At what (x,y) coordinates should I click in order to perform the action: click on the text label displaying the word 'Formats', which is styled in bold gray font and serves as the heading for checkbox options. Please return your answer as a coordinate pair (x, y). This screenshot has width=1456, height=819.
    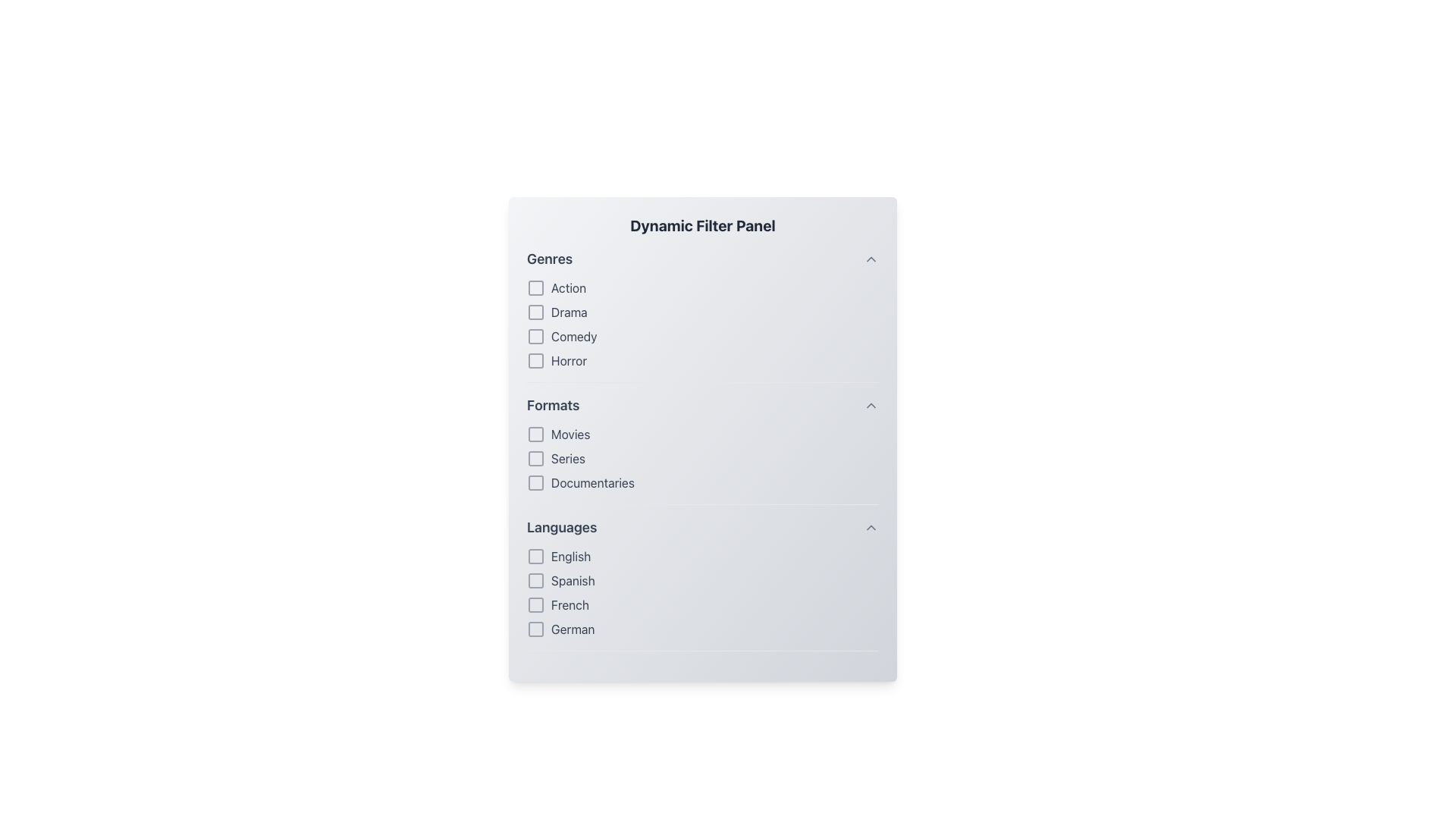
    Looking at the image, I should click on (552, 405).